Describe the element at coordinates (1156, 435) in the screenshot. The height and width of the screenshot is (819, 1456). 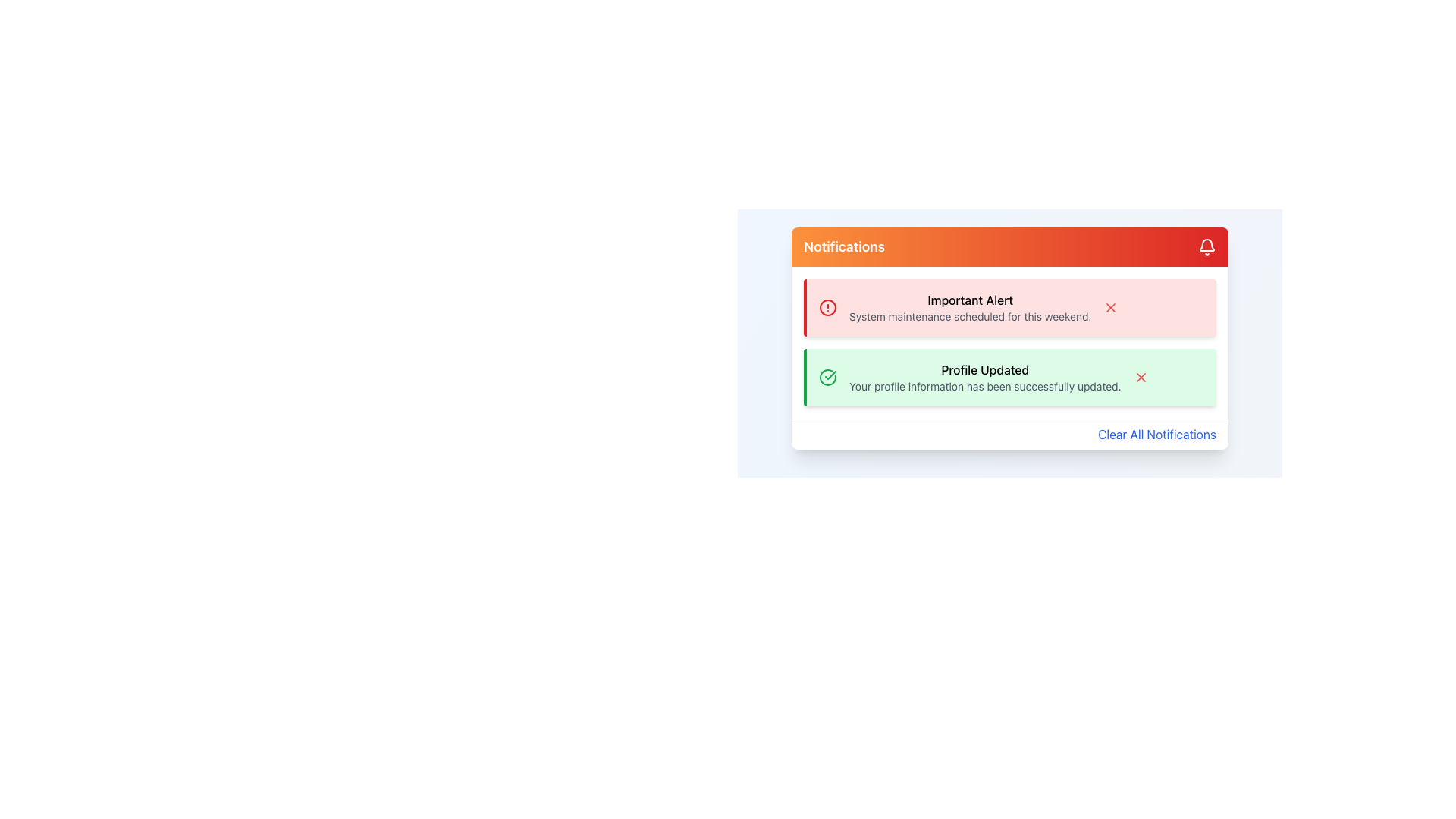
I see `the 'Clear All Notifications' button located at the bottom right of the notification panel` at that location.